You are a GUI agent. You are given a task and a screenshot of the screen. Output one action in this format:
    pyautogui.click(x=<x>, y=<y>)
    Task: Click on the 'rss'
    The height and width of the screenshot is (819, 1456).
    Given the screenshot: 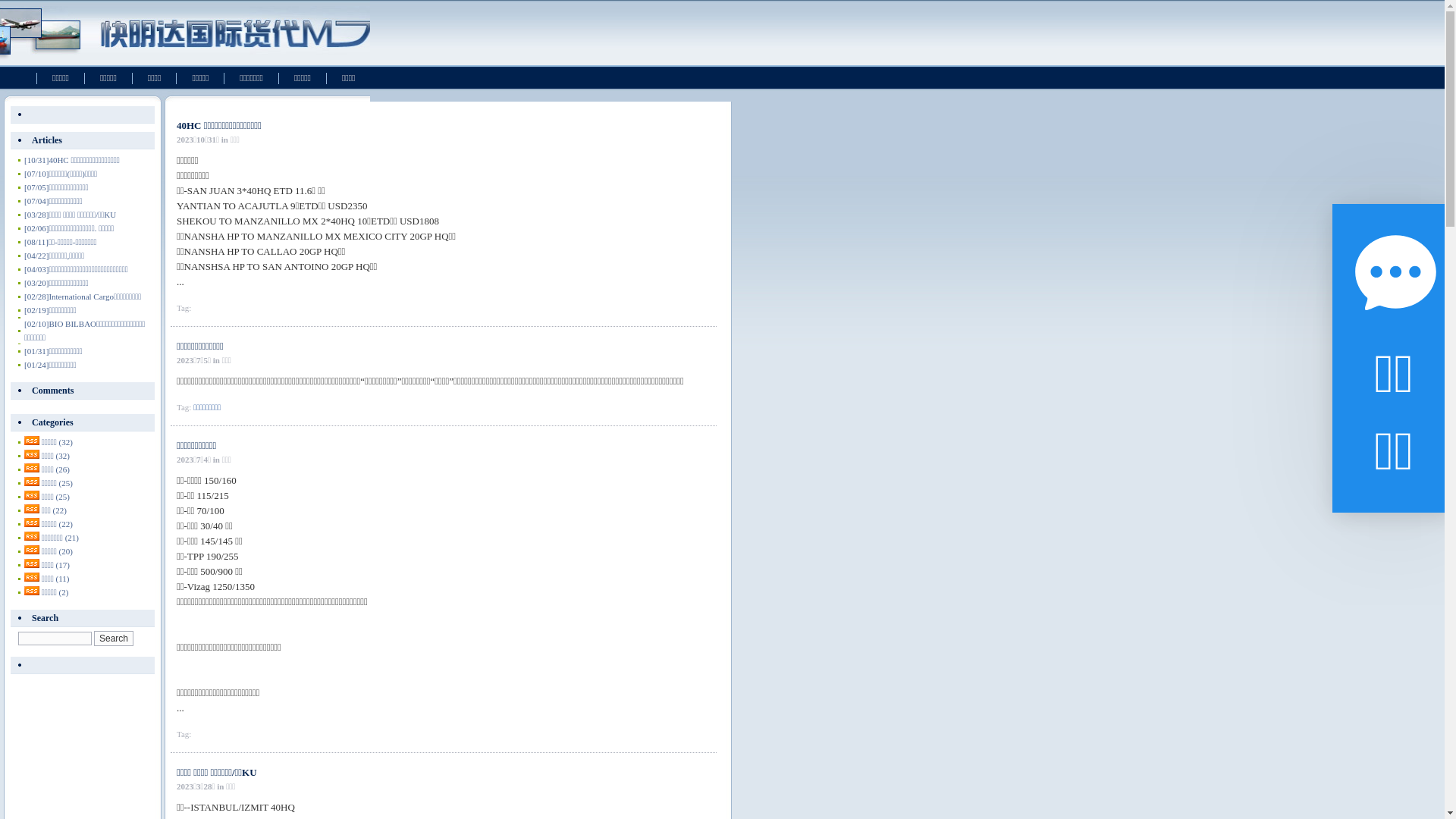 What is the action you would take?
    pyautogui.click(x=32, y=590)
    